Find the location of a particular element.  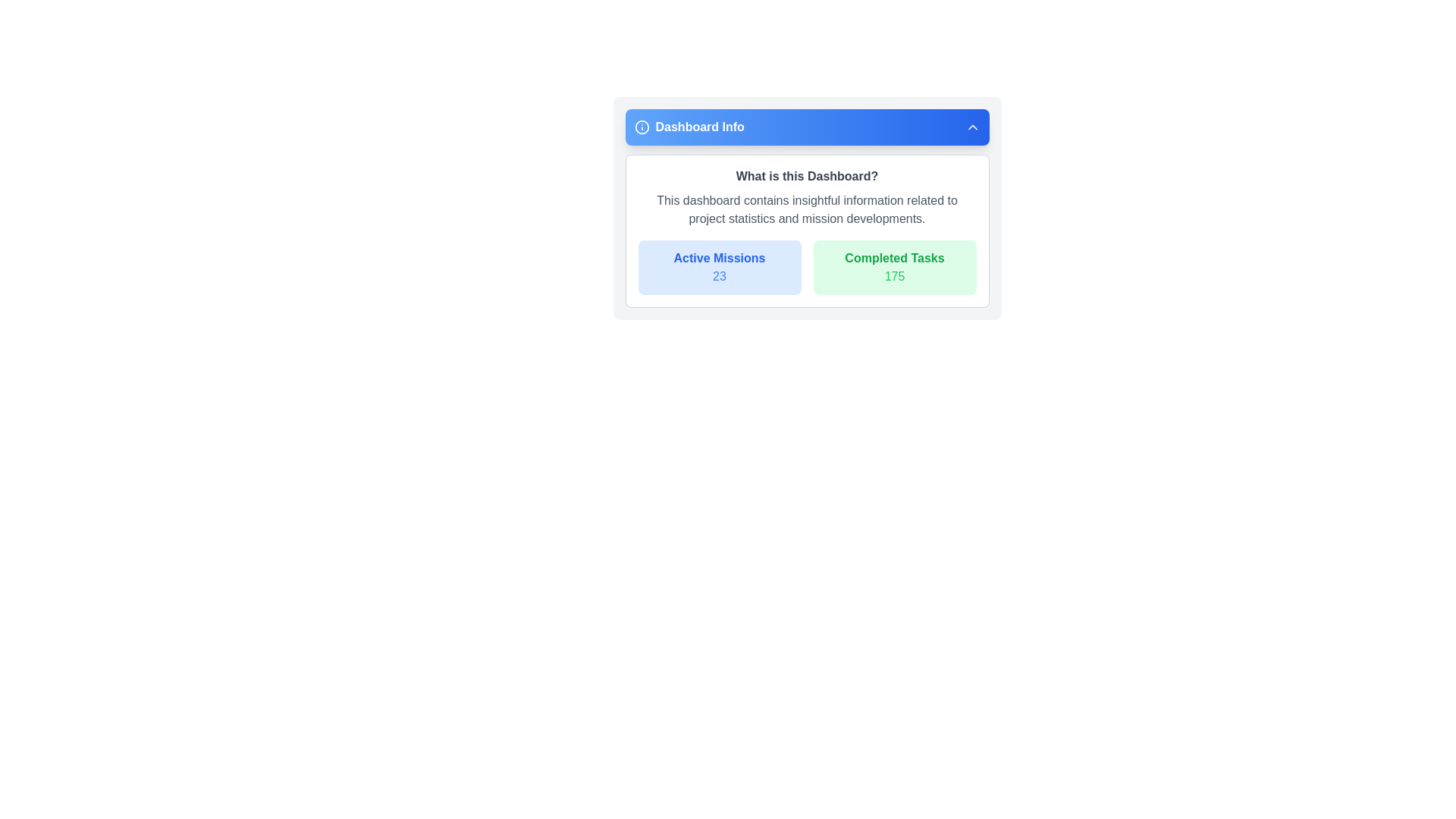

text within the Informational Card element titled 'Dashboard Info', which contains details about 'Active Missions' and 'Completed Tasks' is located at coordinates (806, 208).